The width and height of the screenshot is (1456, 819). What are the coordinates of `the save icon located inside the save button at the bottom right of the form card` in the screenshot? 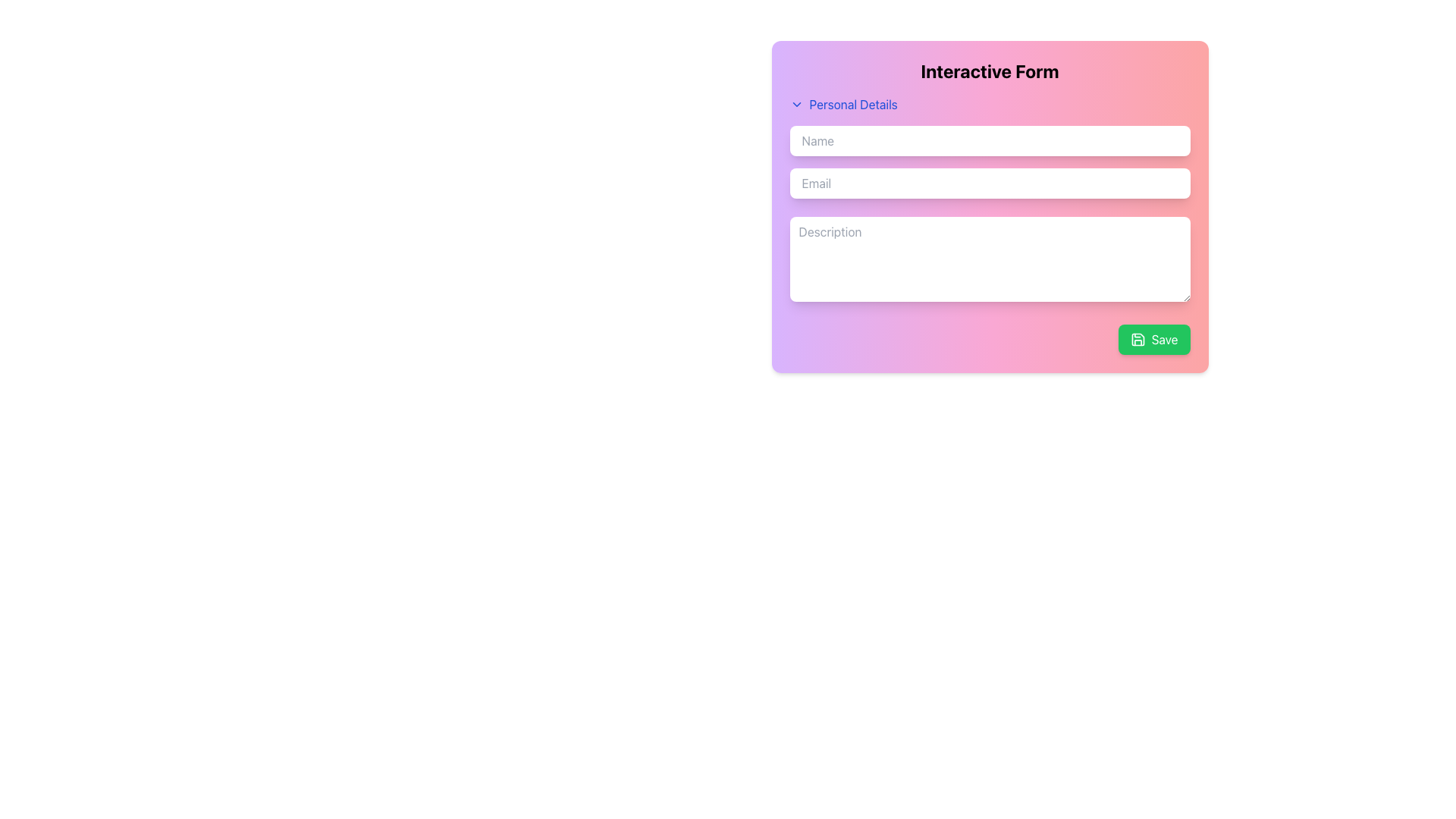 It's located at (1137, 338).